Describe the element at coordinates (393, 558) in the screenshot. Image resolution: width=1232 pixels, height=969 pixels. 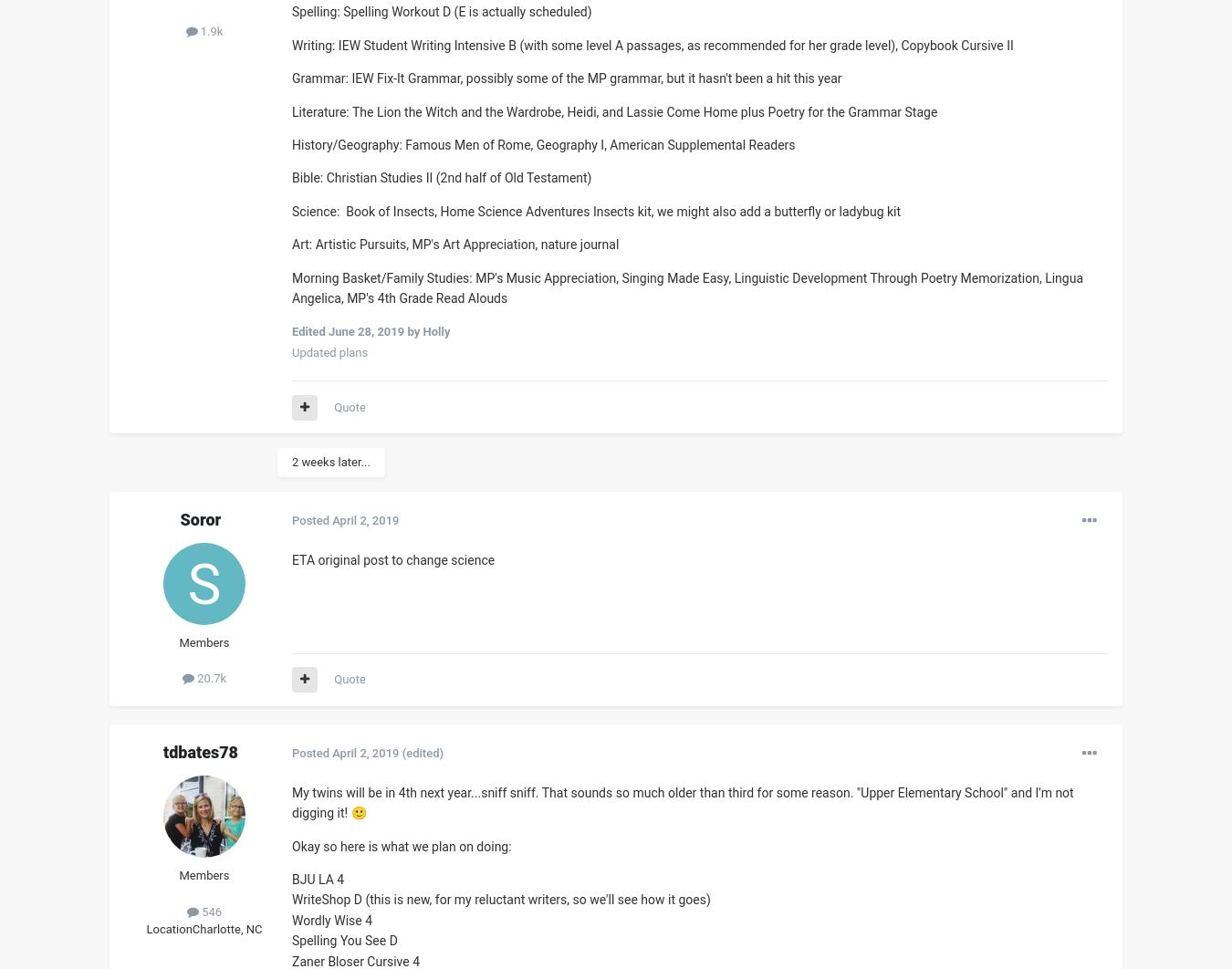
I see `'ETA original post to change science'` at that location.